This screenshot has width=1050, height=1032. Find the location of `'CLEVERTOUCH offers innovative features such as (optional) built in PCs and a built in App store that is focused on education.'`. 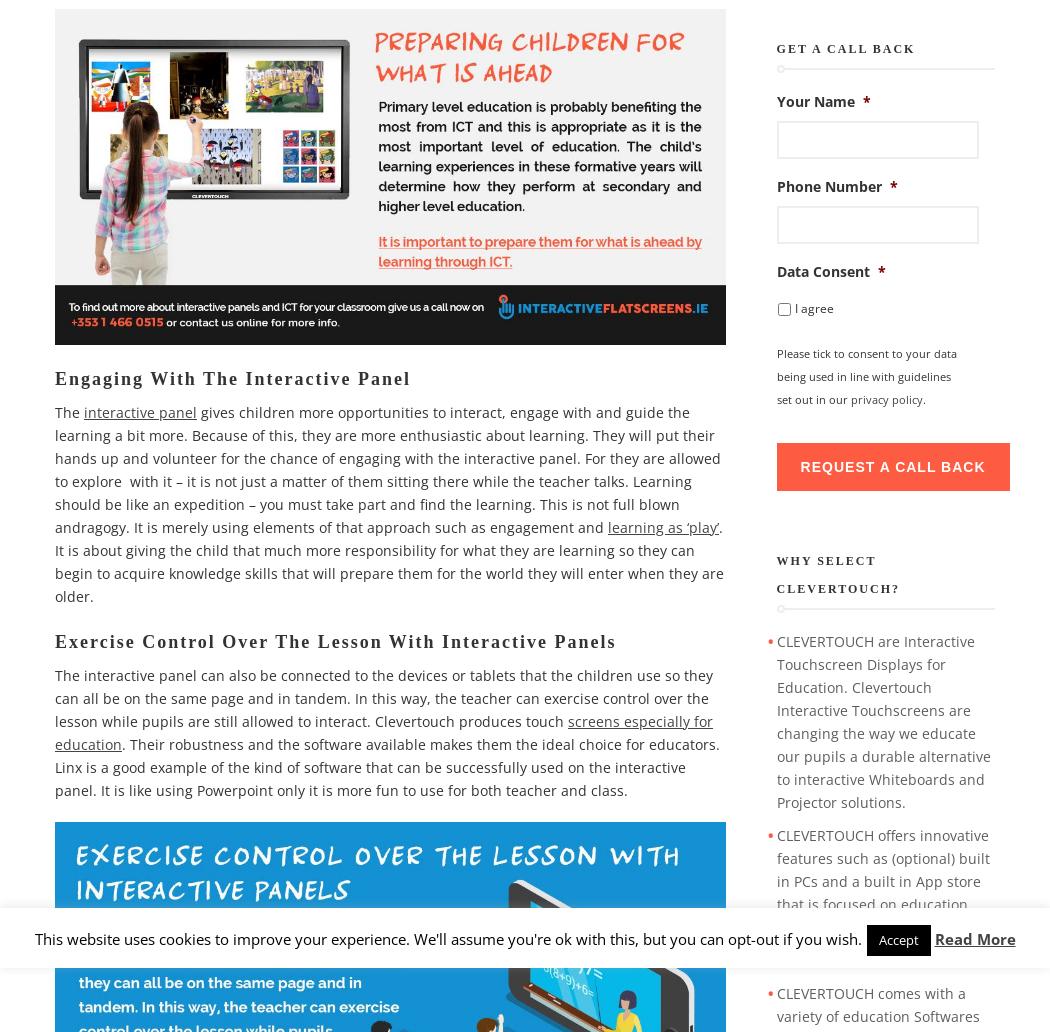

'CLEVERTOUCH offers innovative features such as (optional) built in PCs and a built in App store that is focused on education.' is located at coordinates (881, 869).